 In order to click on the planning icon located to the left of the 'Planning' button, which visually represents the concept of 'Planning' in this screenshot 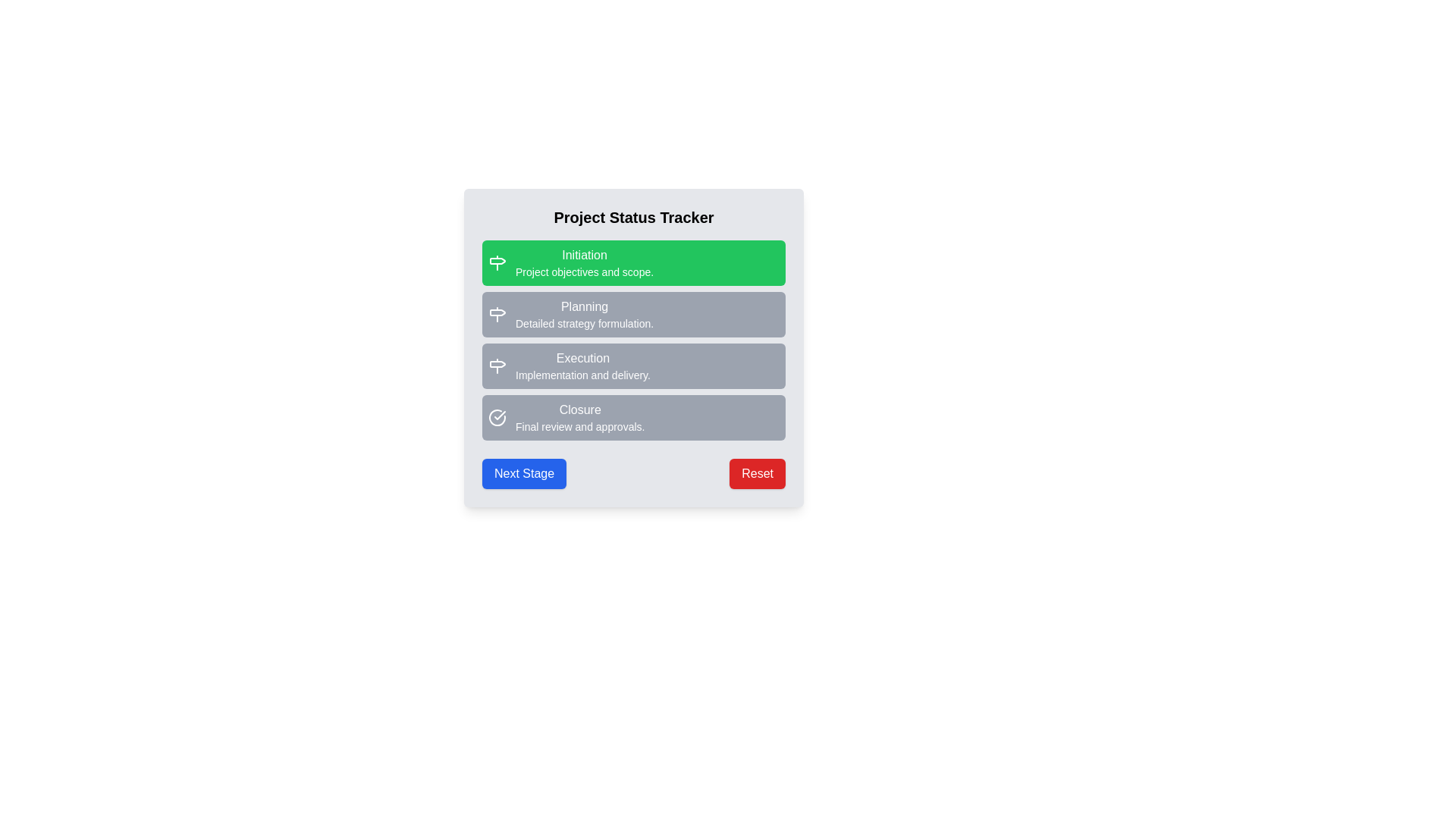, I will do `click(497, 314)`.